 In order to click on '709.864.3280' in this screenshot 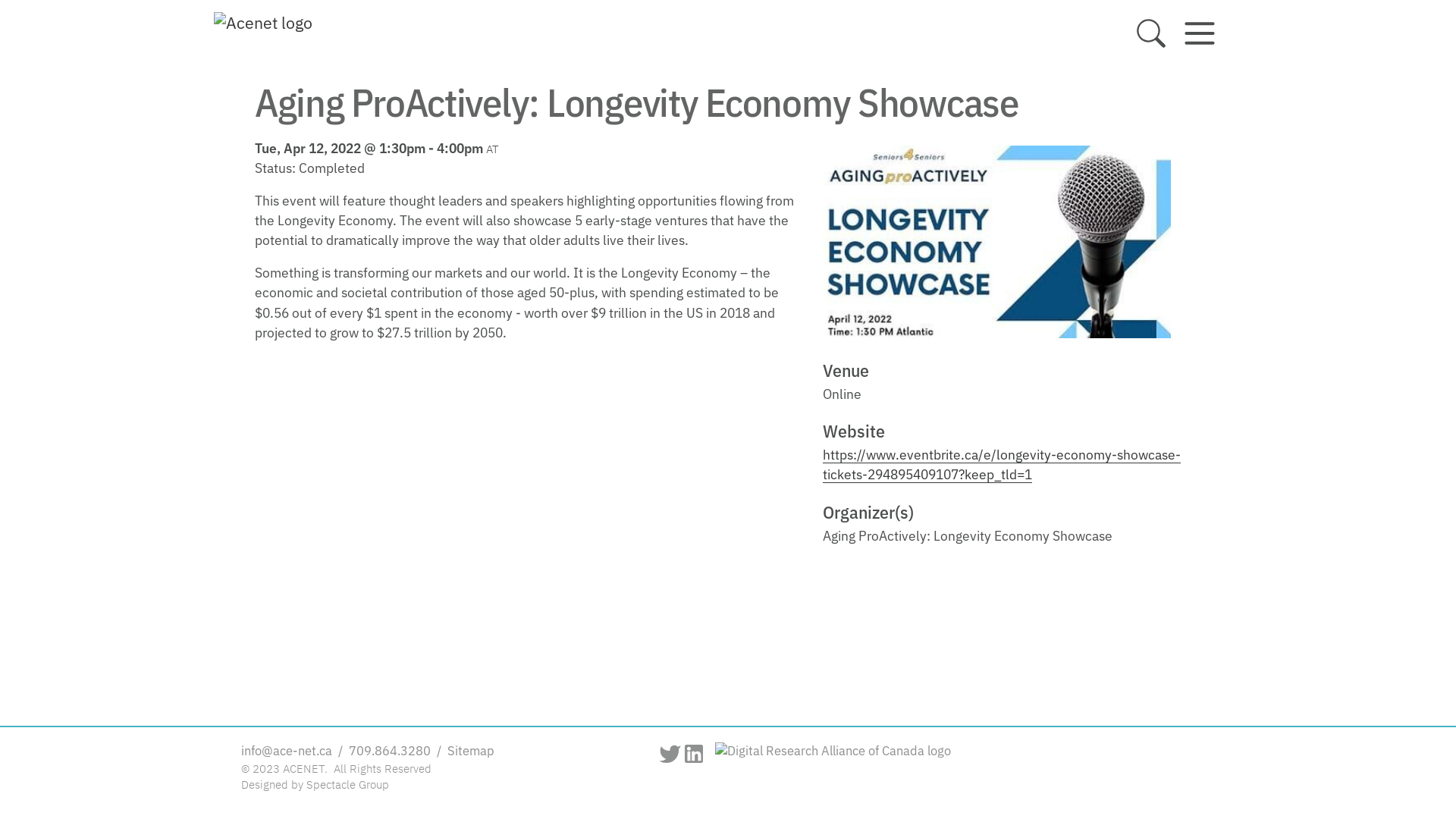, I will do `click(389, 752)`.